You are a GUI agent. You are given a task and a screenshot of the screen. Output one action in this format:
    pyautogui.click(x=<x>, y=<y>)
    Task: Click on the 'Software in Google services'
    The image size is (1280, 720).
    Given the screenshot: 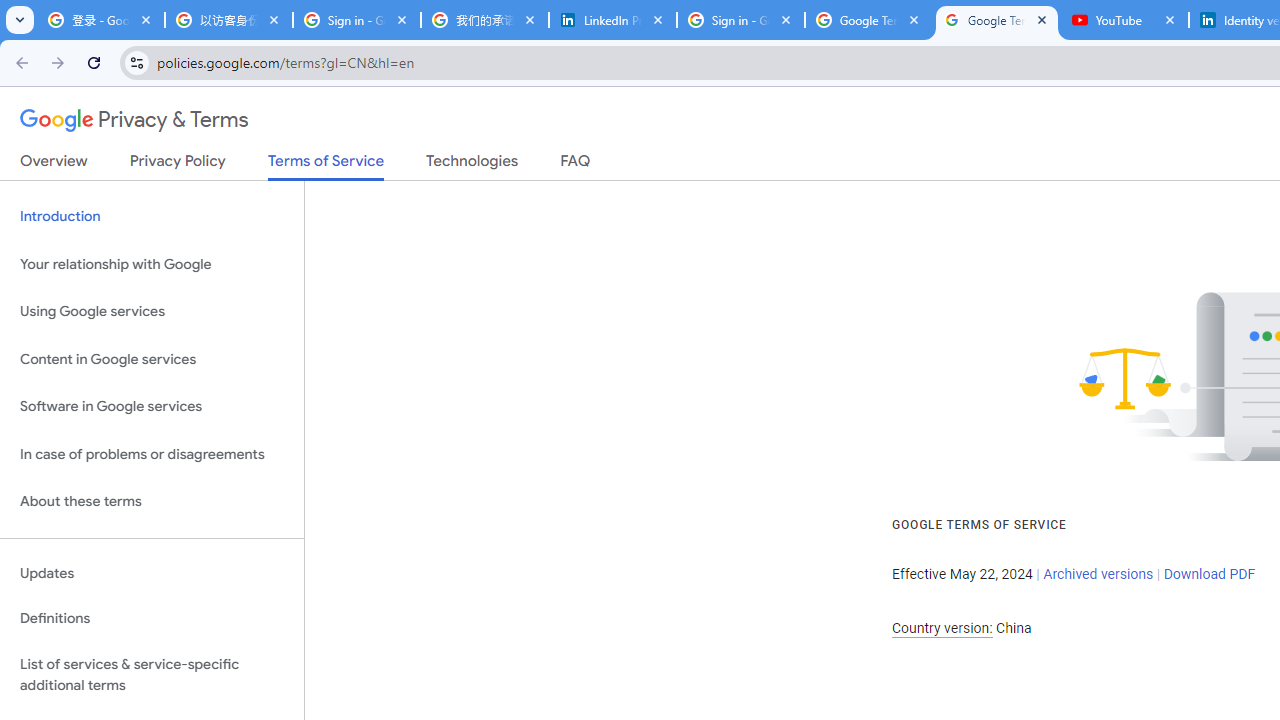 What is the action you would take?
    pyautogui.click(x=151, y=406)
    